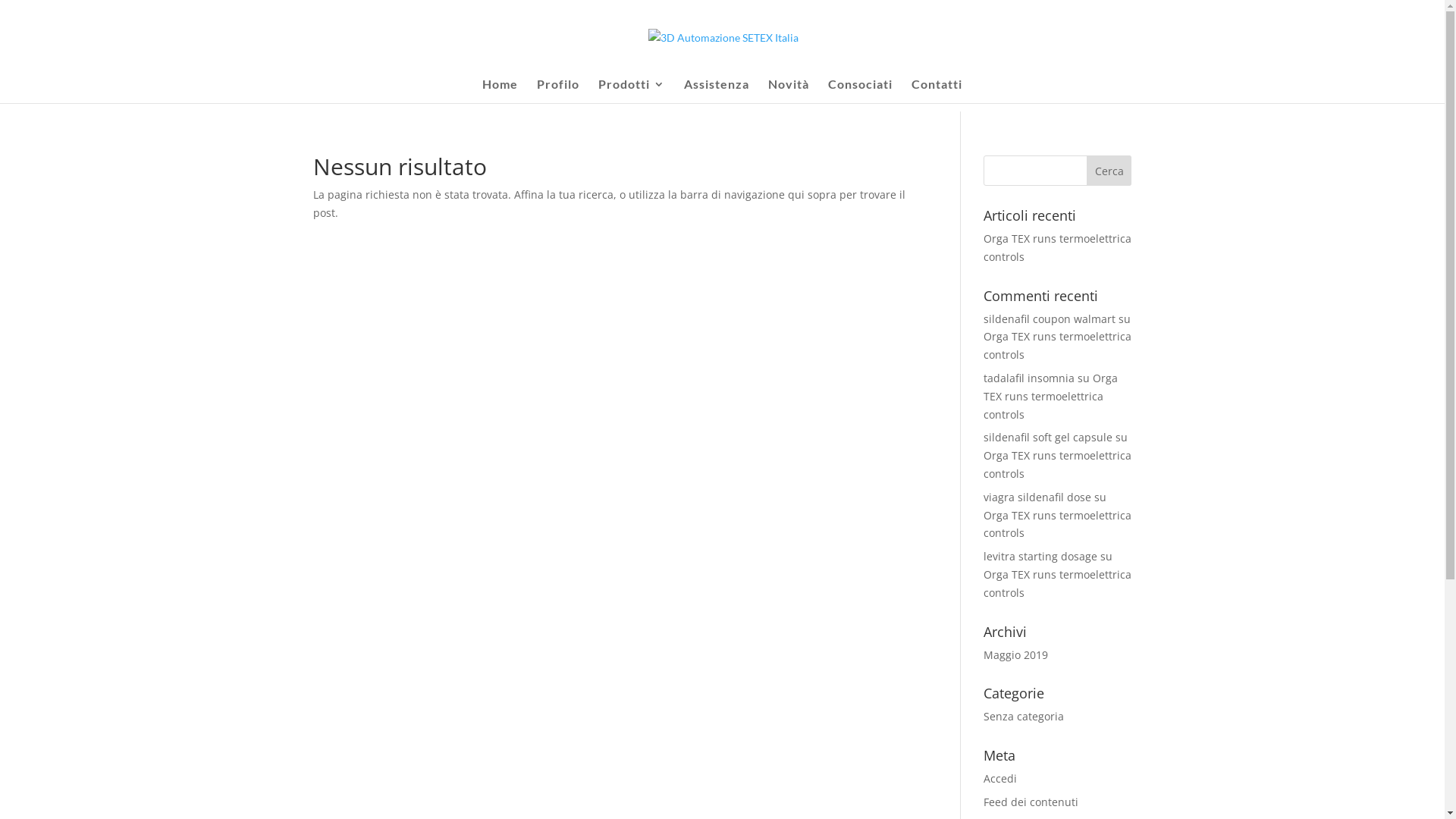 The width and height of the screenshot is (1456, 819). What do you see at coordinates (481, 90) in the screenshot?
I see `'Home'` at bounding box center [481, 90].